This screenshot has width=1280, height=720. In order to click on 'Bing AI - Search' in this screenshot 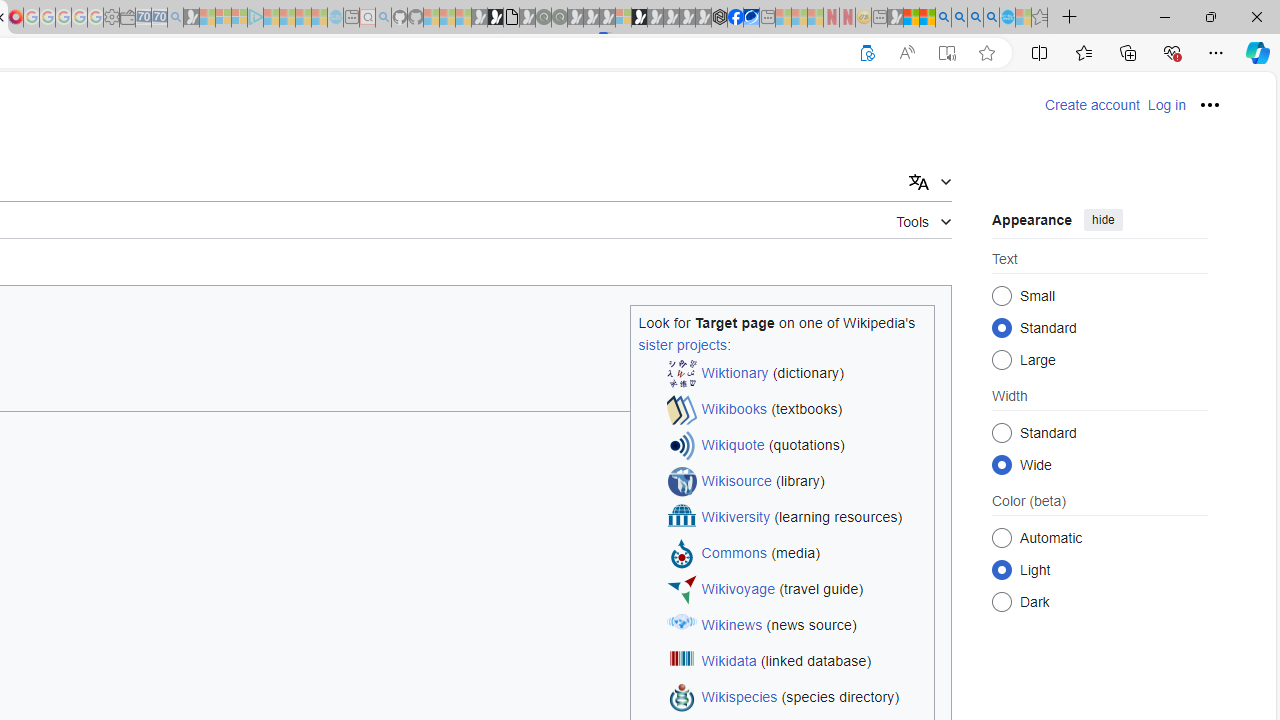, I will do `click(942, 17)`.